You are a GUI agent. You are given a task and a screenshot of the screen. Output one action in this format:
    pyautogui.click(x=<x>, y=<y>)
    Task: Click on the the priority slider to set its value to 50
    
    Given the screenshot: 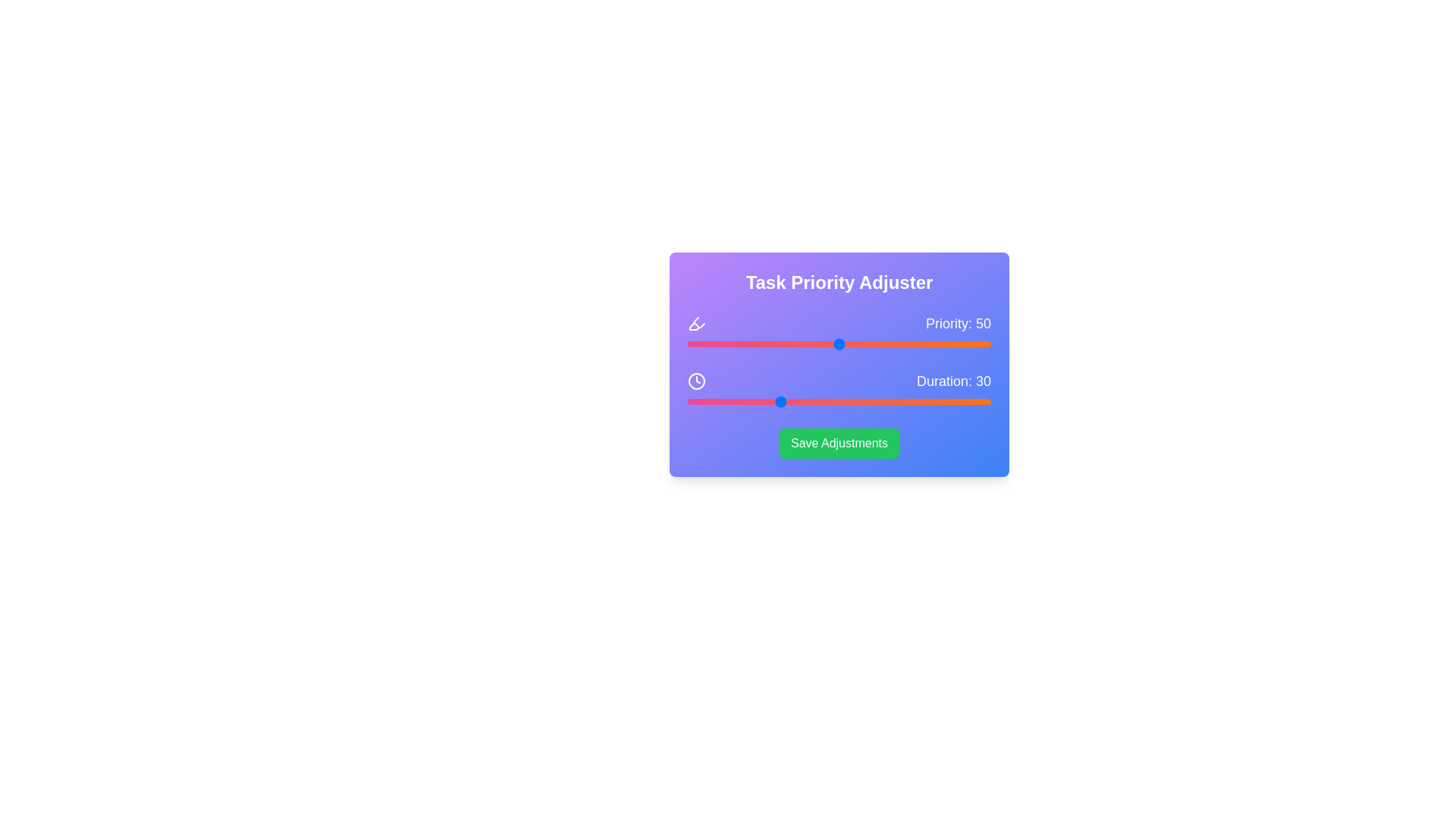 What is the action you would take?
    pyautogui.click(x=839, y=344)
    